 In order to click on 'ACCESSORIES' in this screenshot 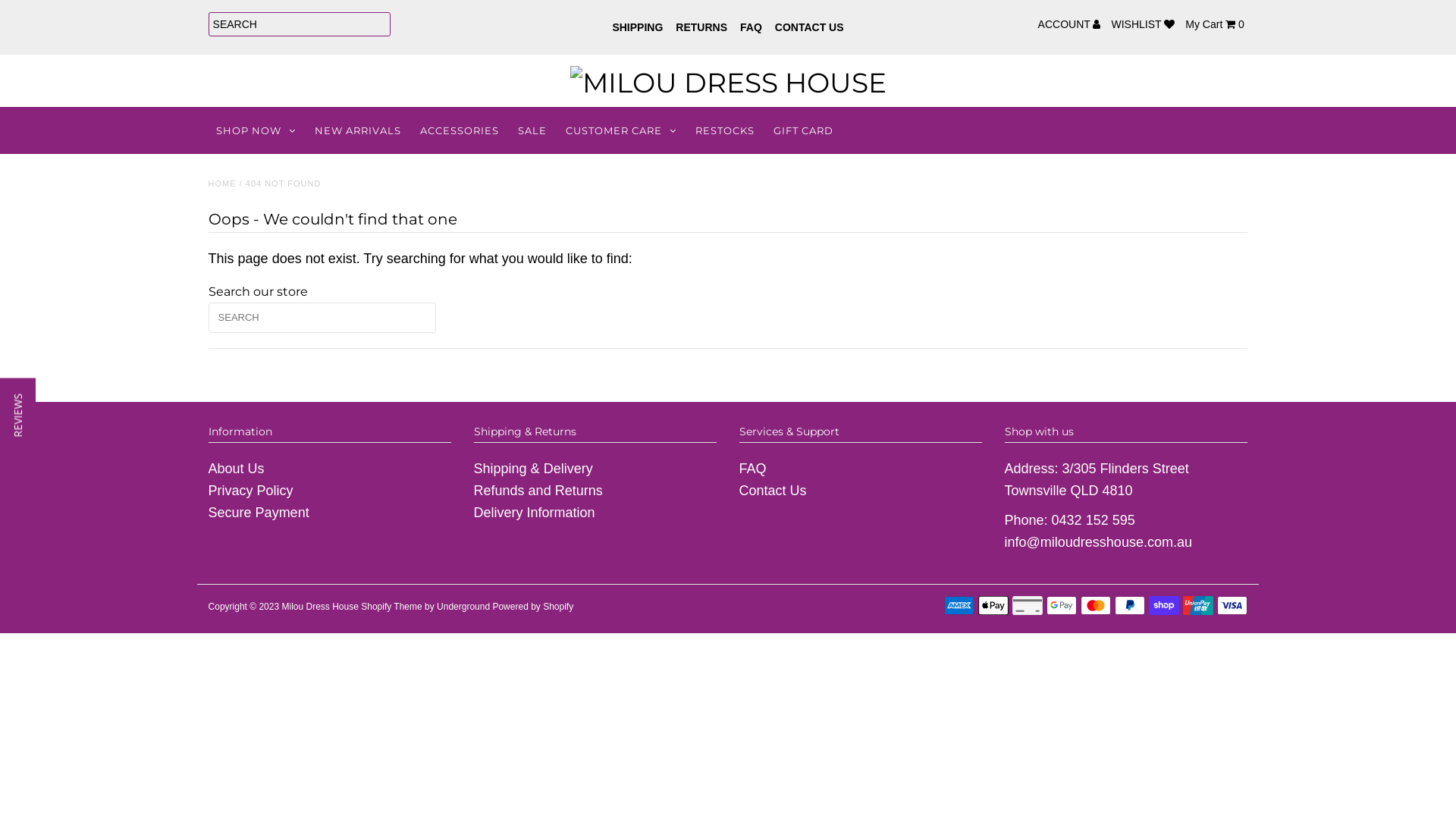, I will do `click(458, 130)`.